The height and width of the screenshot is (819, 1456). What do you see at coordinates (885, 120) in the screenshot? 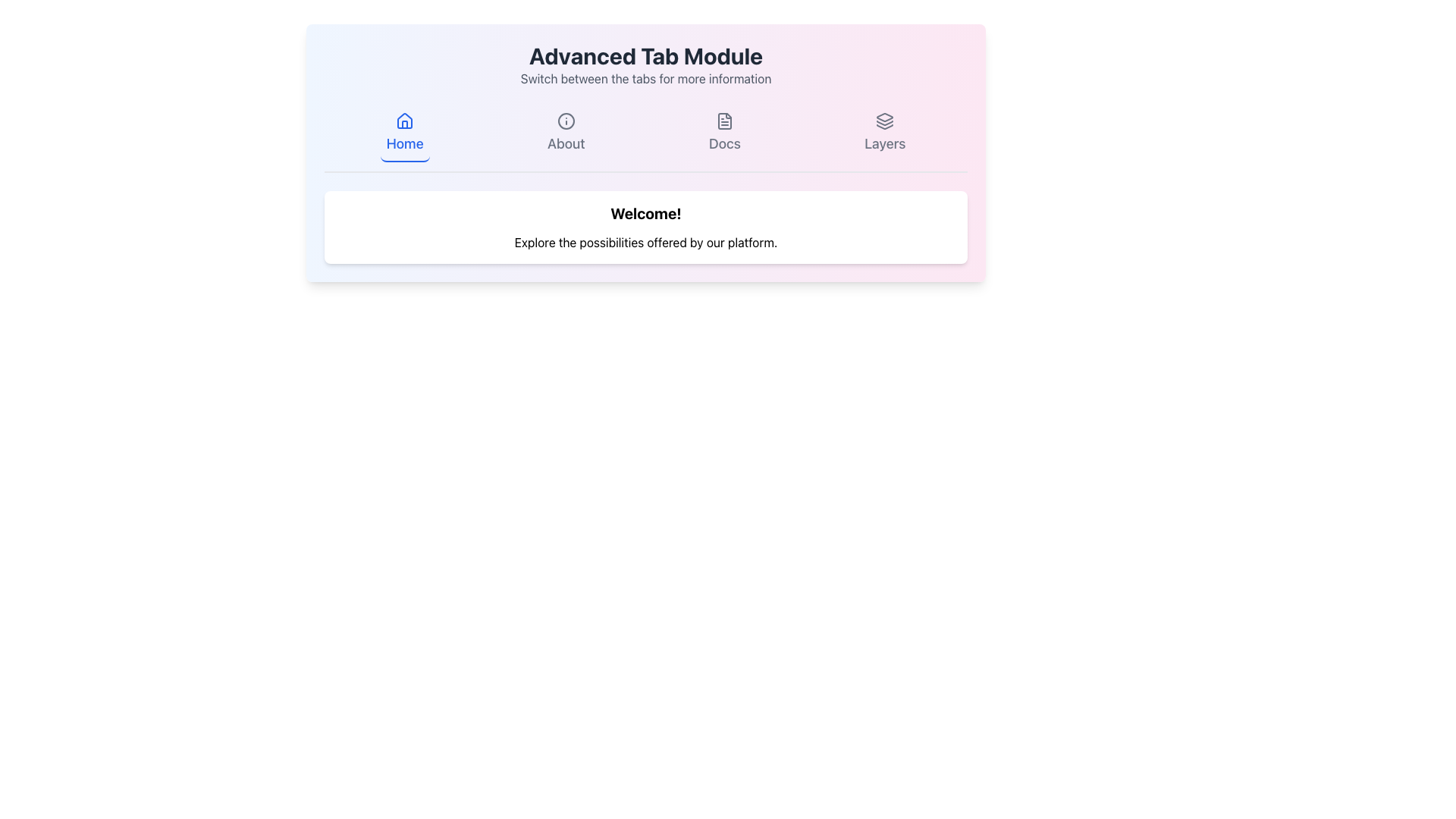
I see `the 'Layers' button icon located in the top right menu panel of the application` at bounding box center [885, 120].